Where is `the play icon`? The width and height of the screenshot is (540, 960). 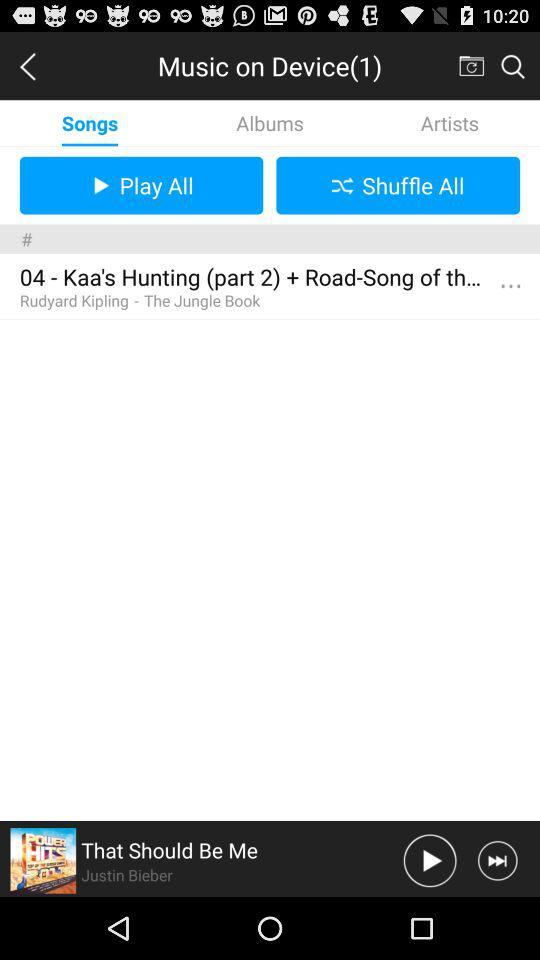 the play icon is located at coordinates (429, 921).